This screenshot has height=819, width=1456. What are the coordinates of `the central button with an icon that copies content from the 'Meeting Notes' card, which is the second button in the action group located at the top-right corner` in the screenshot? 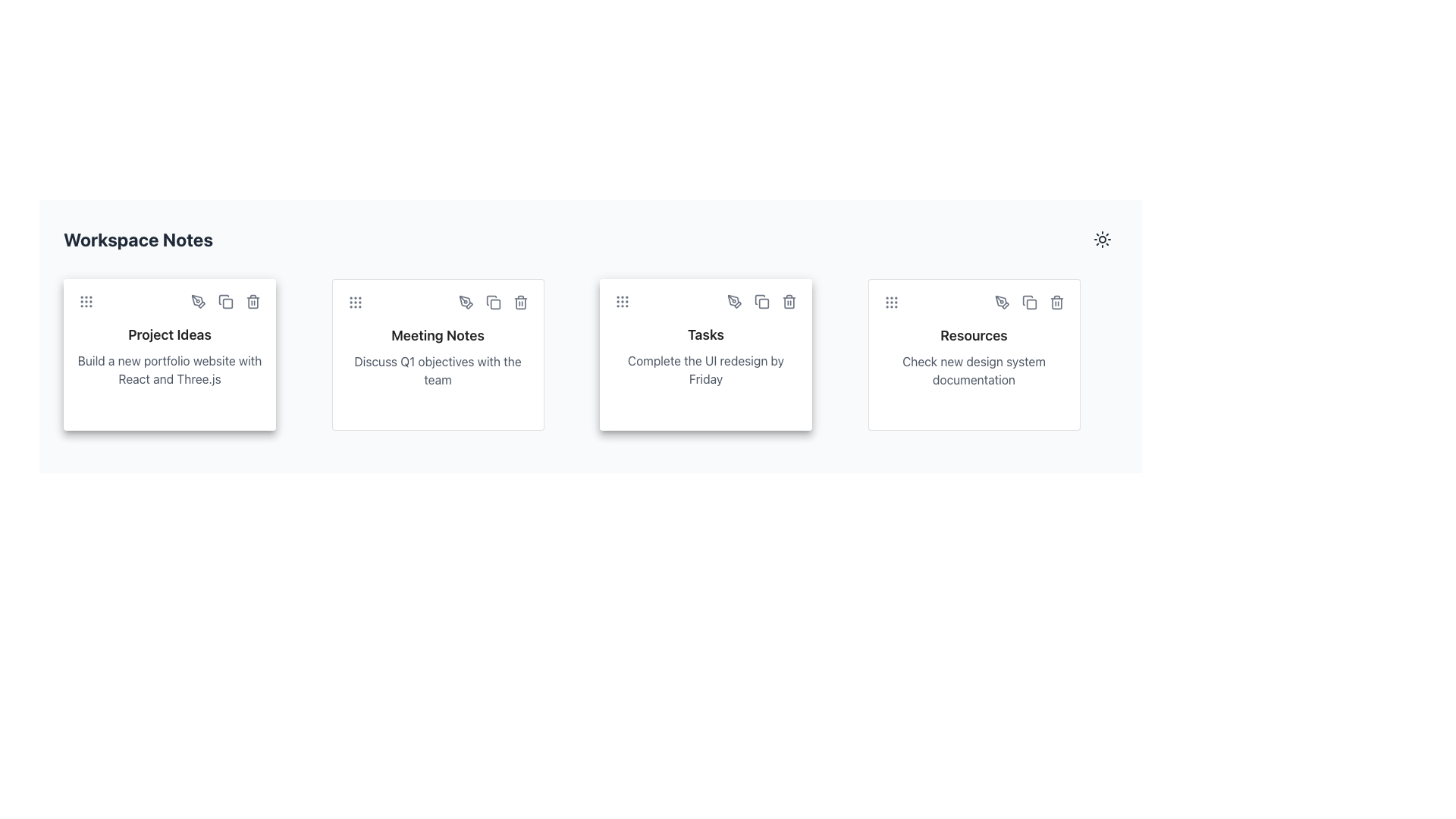 It's located at (493, 302).